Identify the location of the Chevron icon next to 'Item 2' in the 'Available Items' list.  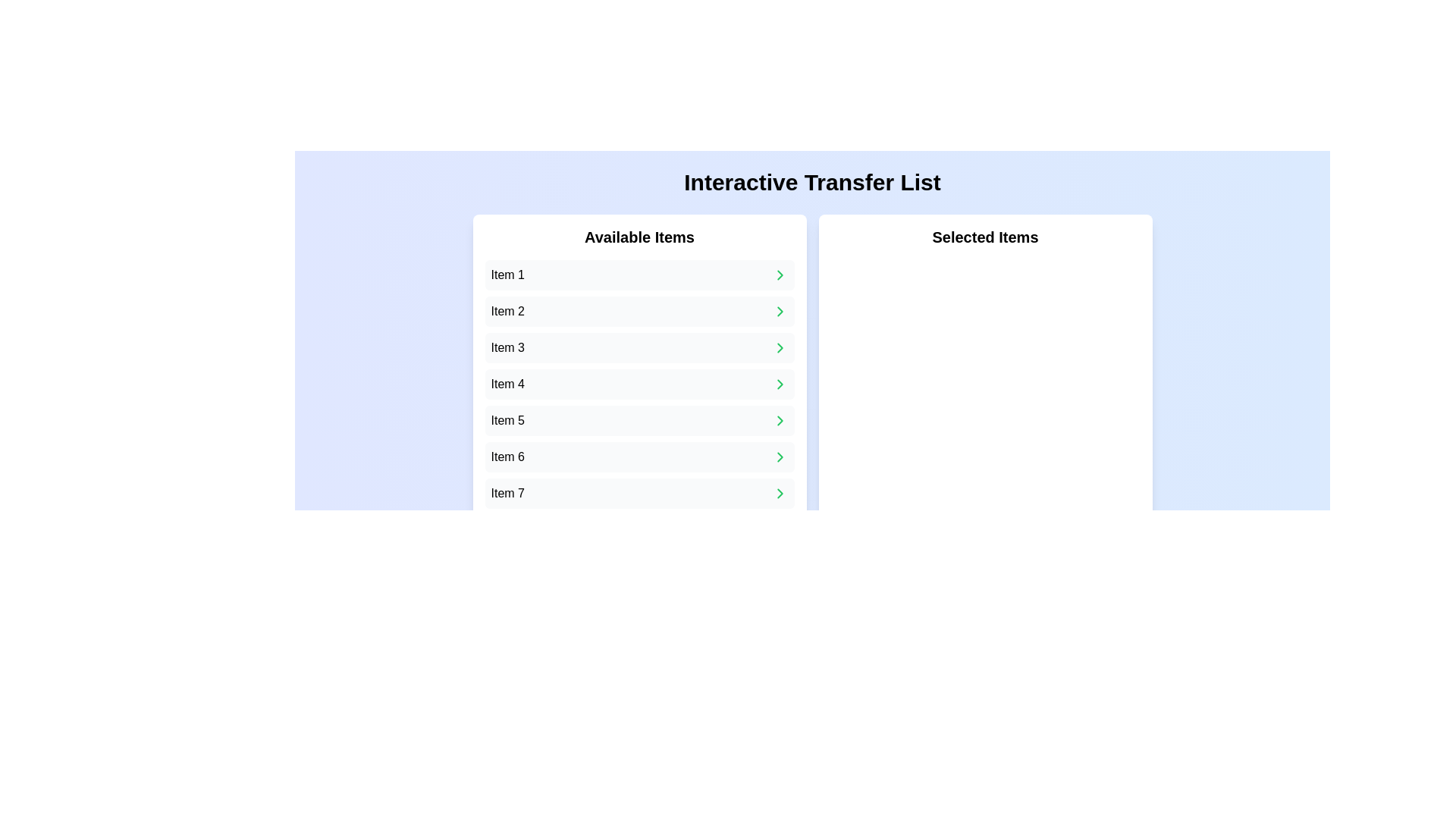
(780, 311).